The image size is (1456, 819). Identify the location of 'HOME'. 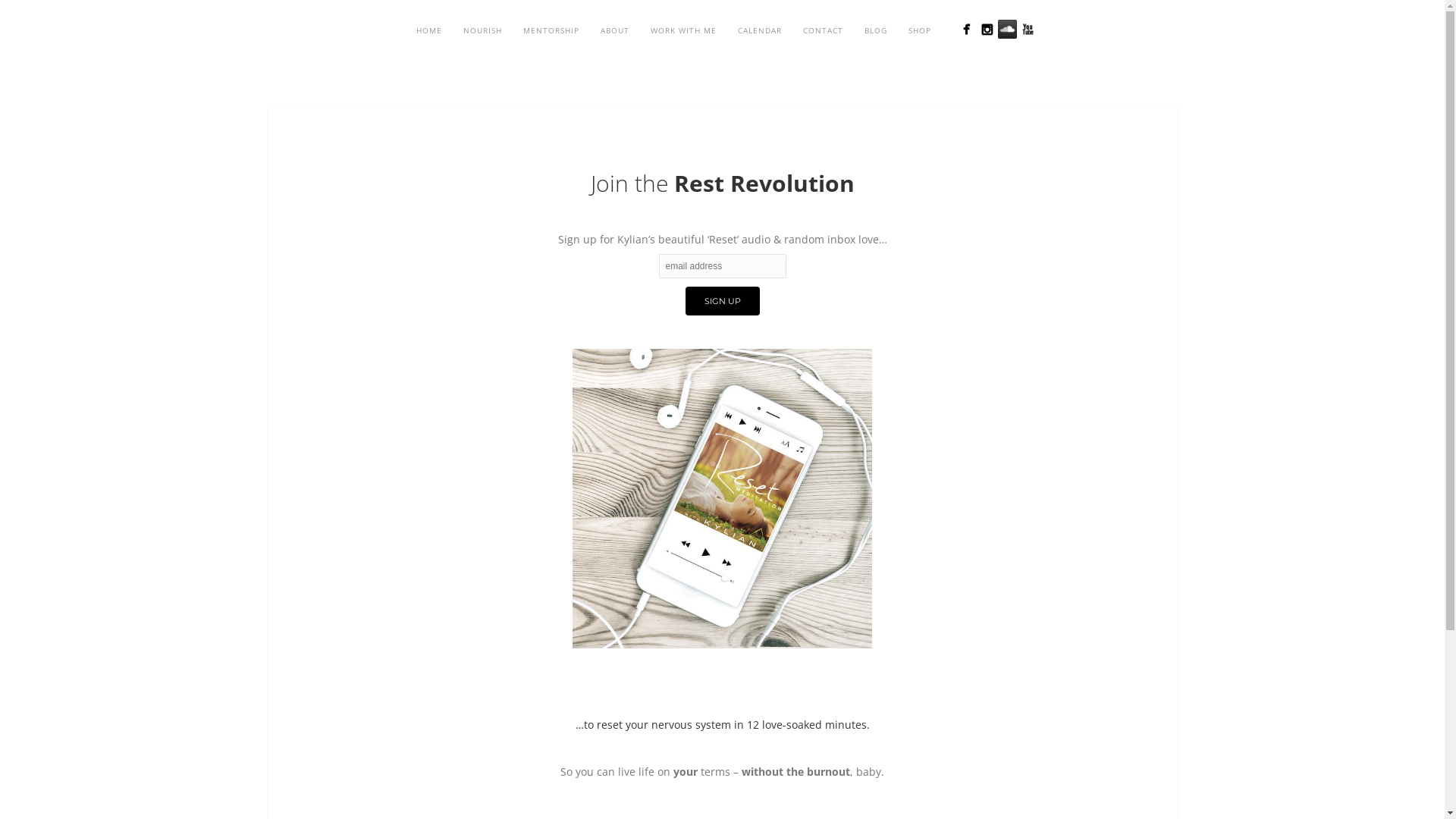
(428, 30).